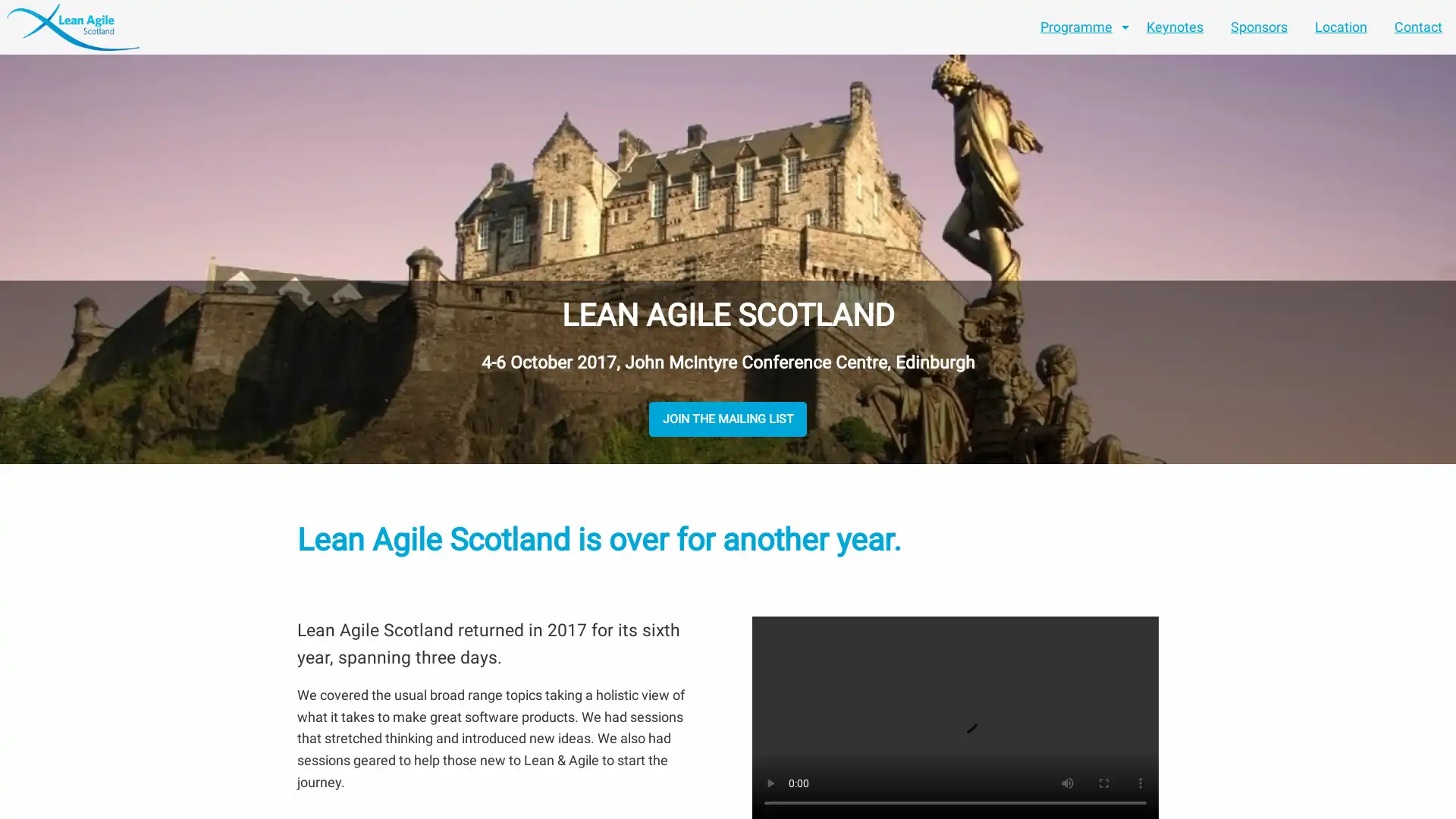 This screenshot has width=1456, height=819. What do you see at coordinates (1103, 783) in the screenshot?
I see `enter full screen` at bounding box center [1103, 783].